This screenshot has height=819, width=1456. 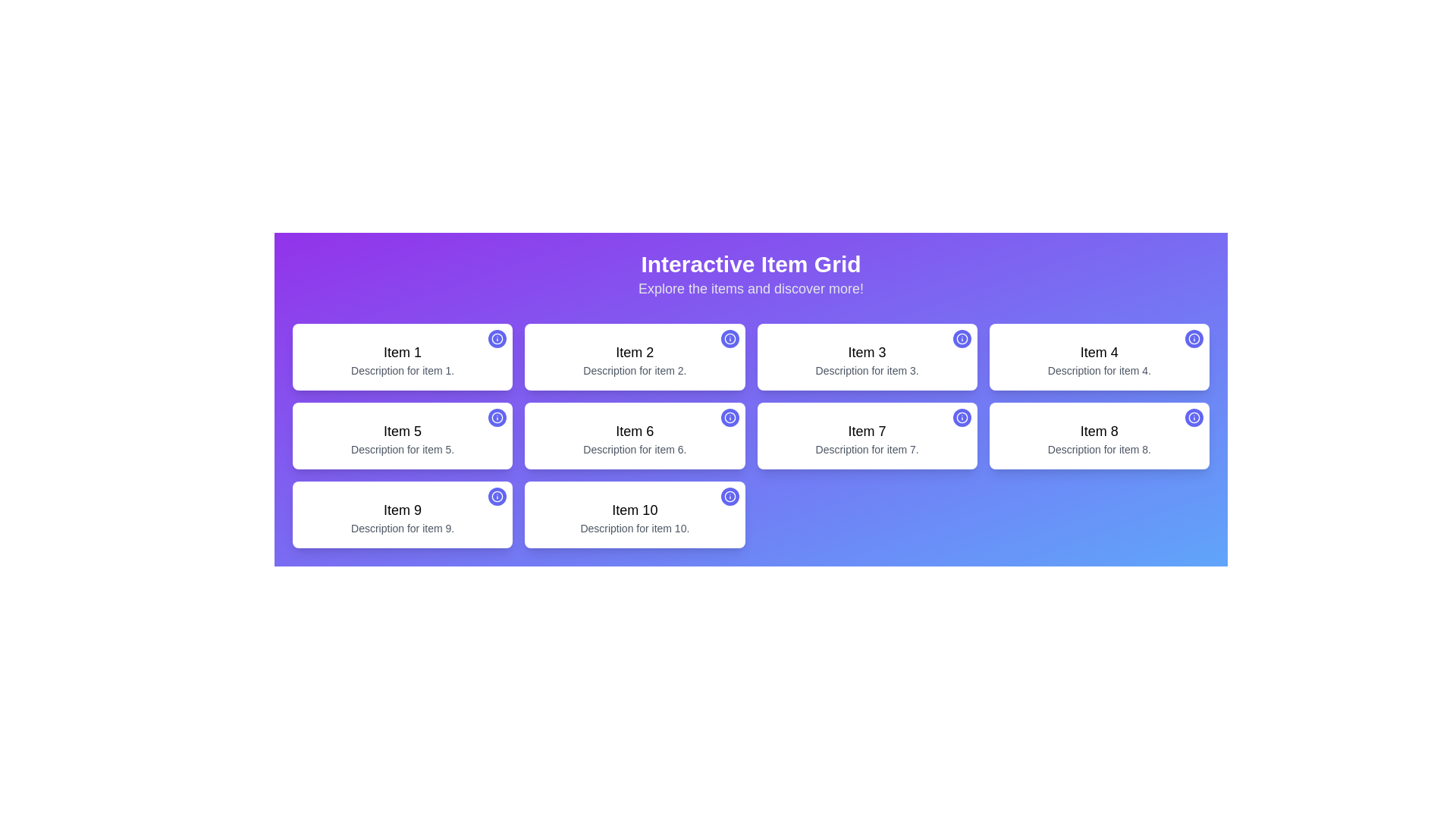 I want to click on the circular shape within the small icon located at the top-right corner of the card labeled 'Item 4', so click(x=1193, y=338).